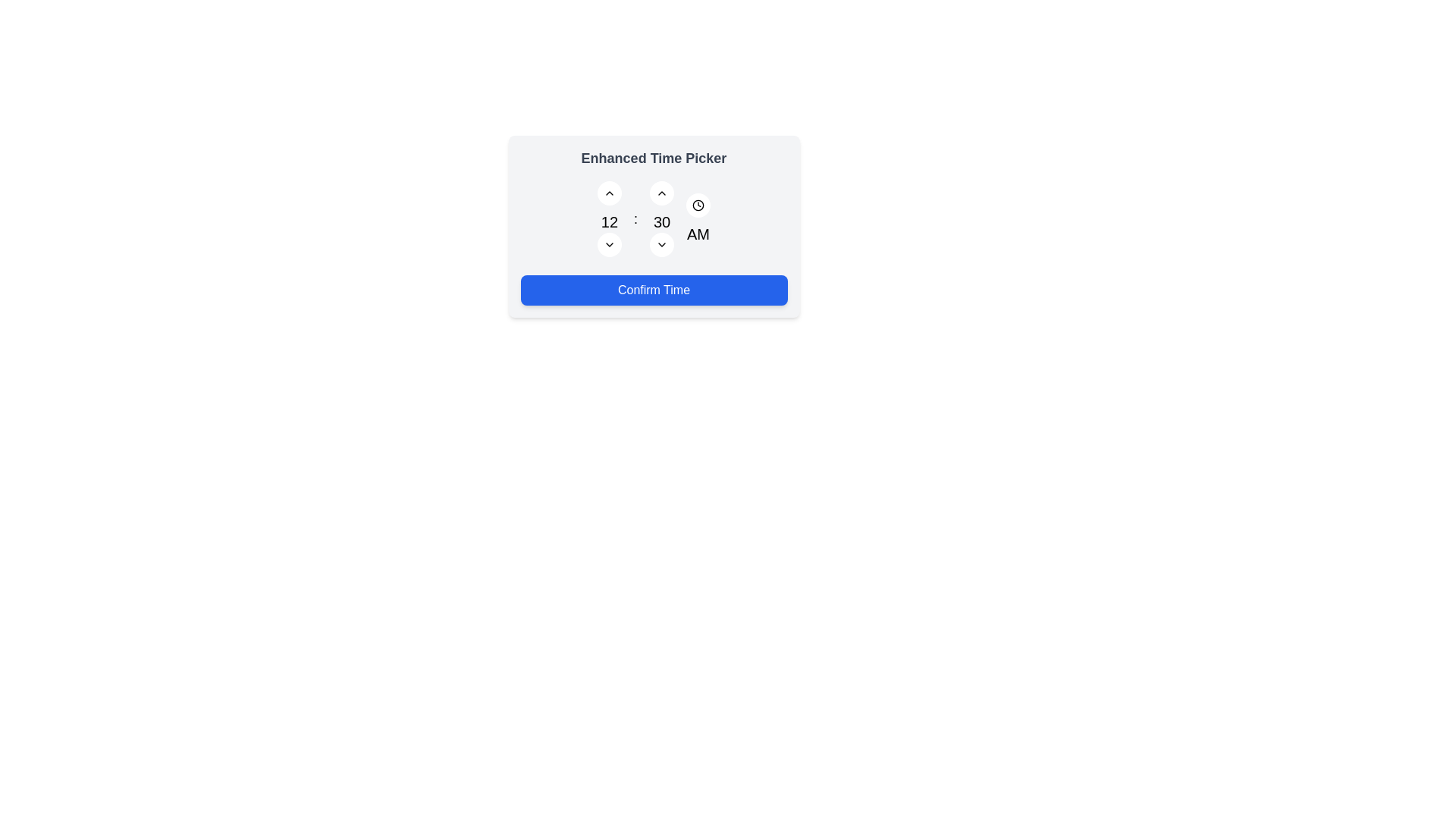 The height and width of the screenshot is (819, 1456). What do you see at coordinates (654, 290) in the screenshot?
I see `the confirm button located at the bottom of the time selection interface in the centered modal to confirm the selected time` at bounding box center [654, 290].